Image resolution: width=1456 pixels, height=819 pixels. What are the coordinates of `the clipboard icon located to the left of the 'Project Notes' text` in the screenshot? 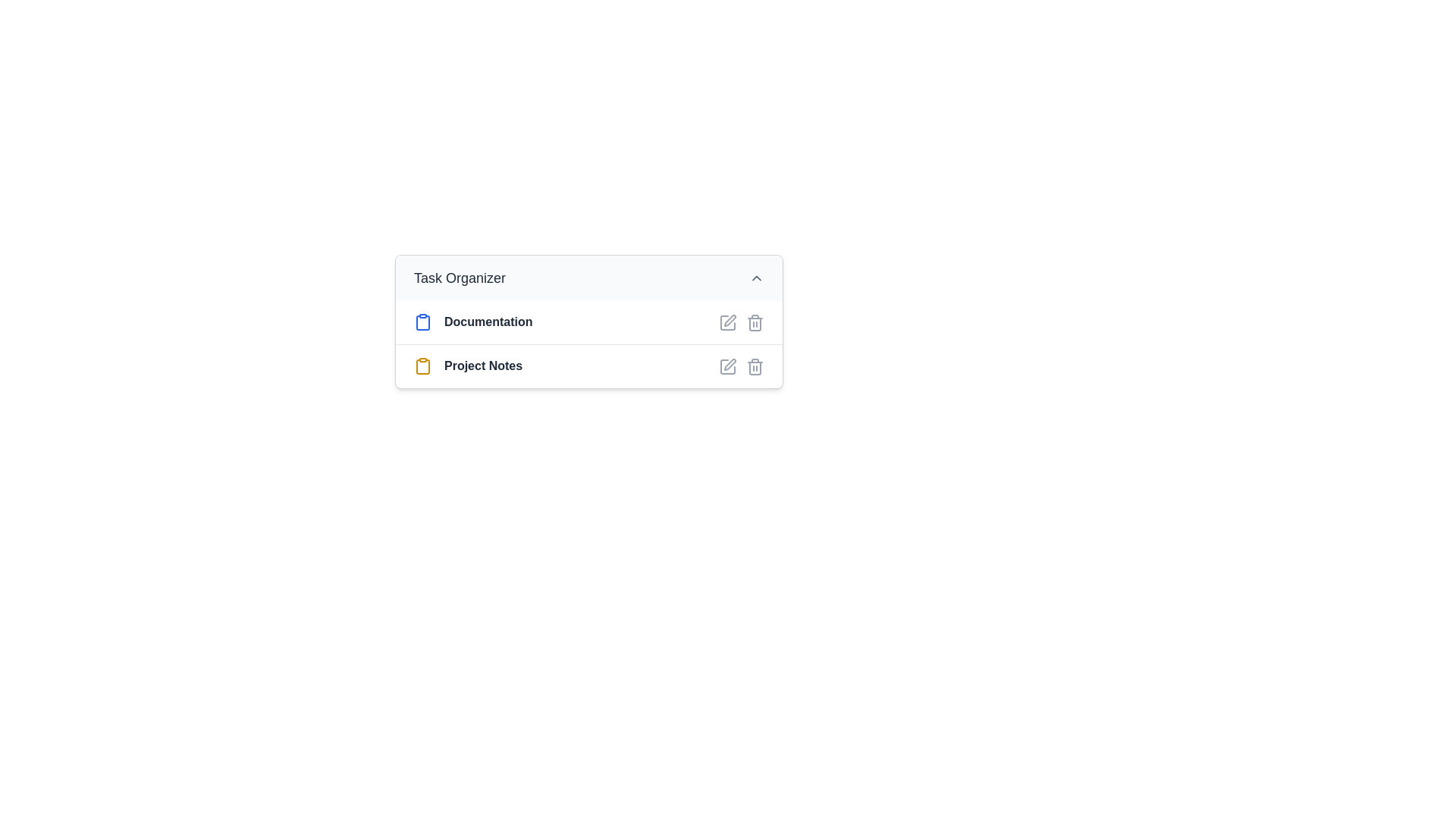 It's located at (422, 366).